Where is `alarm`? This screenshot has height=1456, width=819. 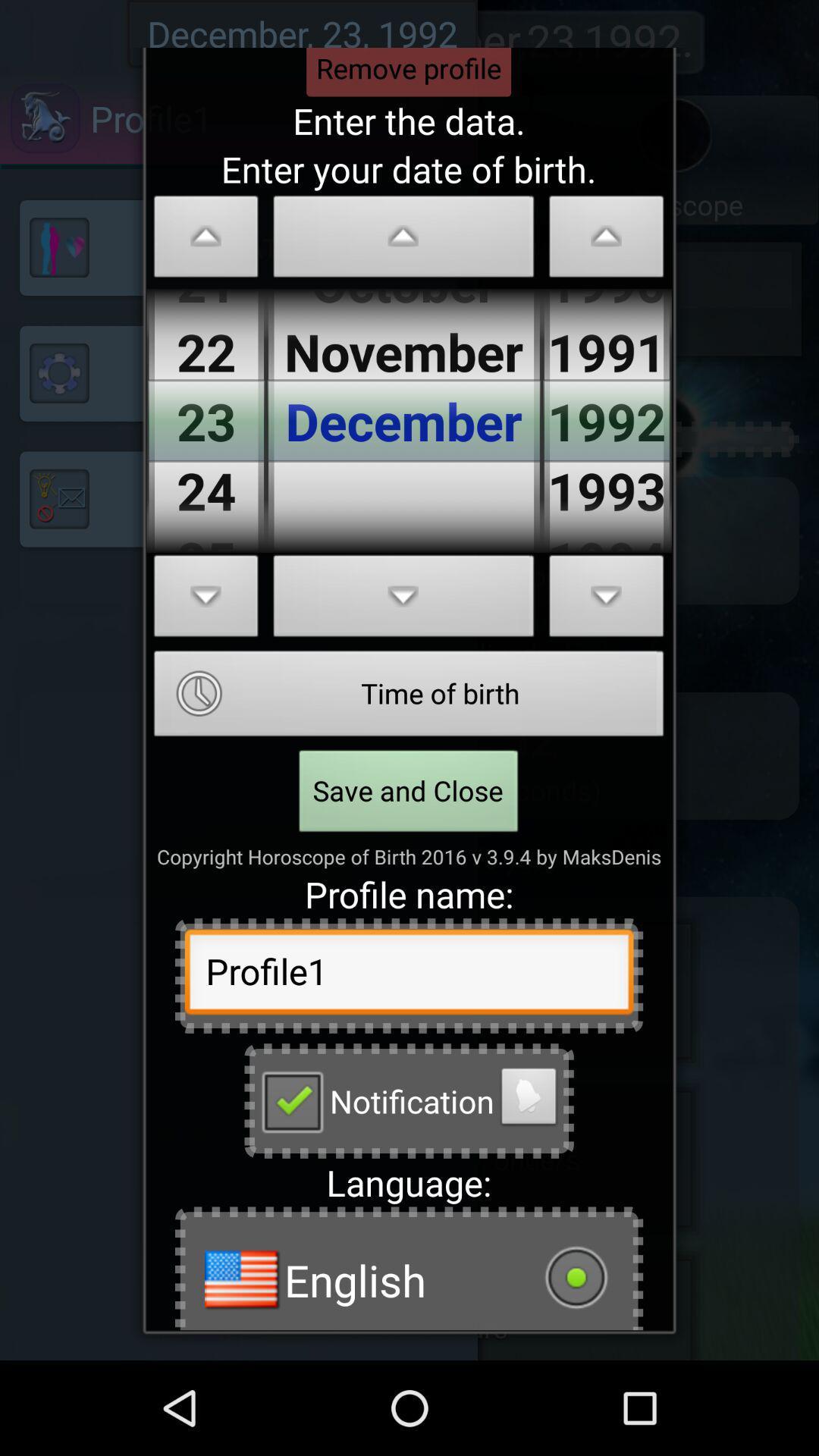 alarm is located at coordinates (528, 1100).